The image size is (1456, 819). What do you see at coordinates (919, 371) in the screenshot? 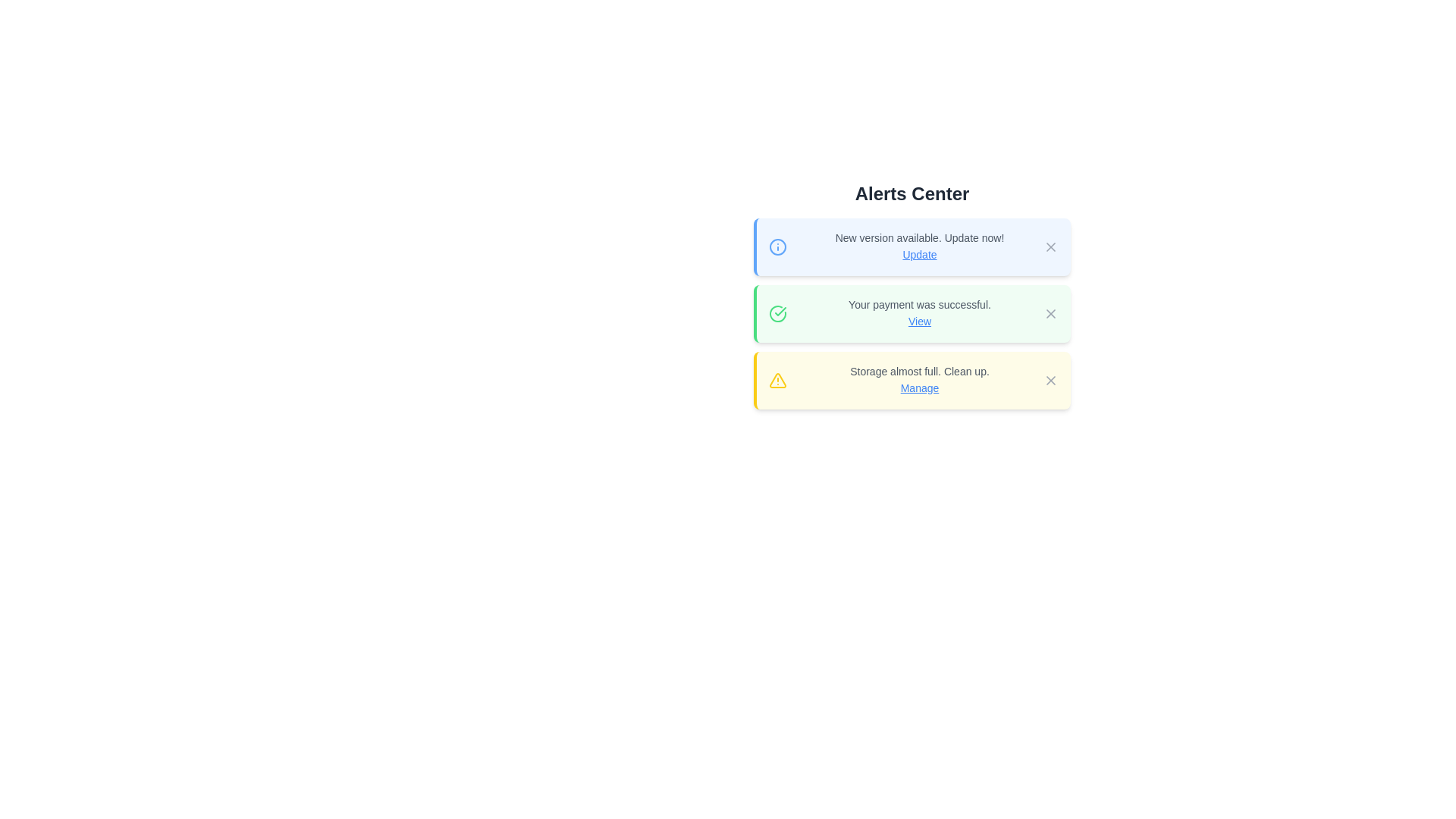
I see `the notification message in the third alert box of the 'Alerts Center' interface, which informs the user about storage status and suggests an action` at bounding box center [919, 371].